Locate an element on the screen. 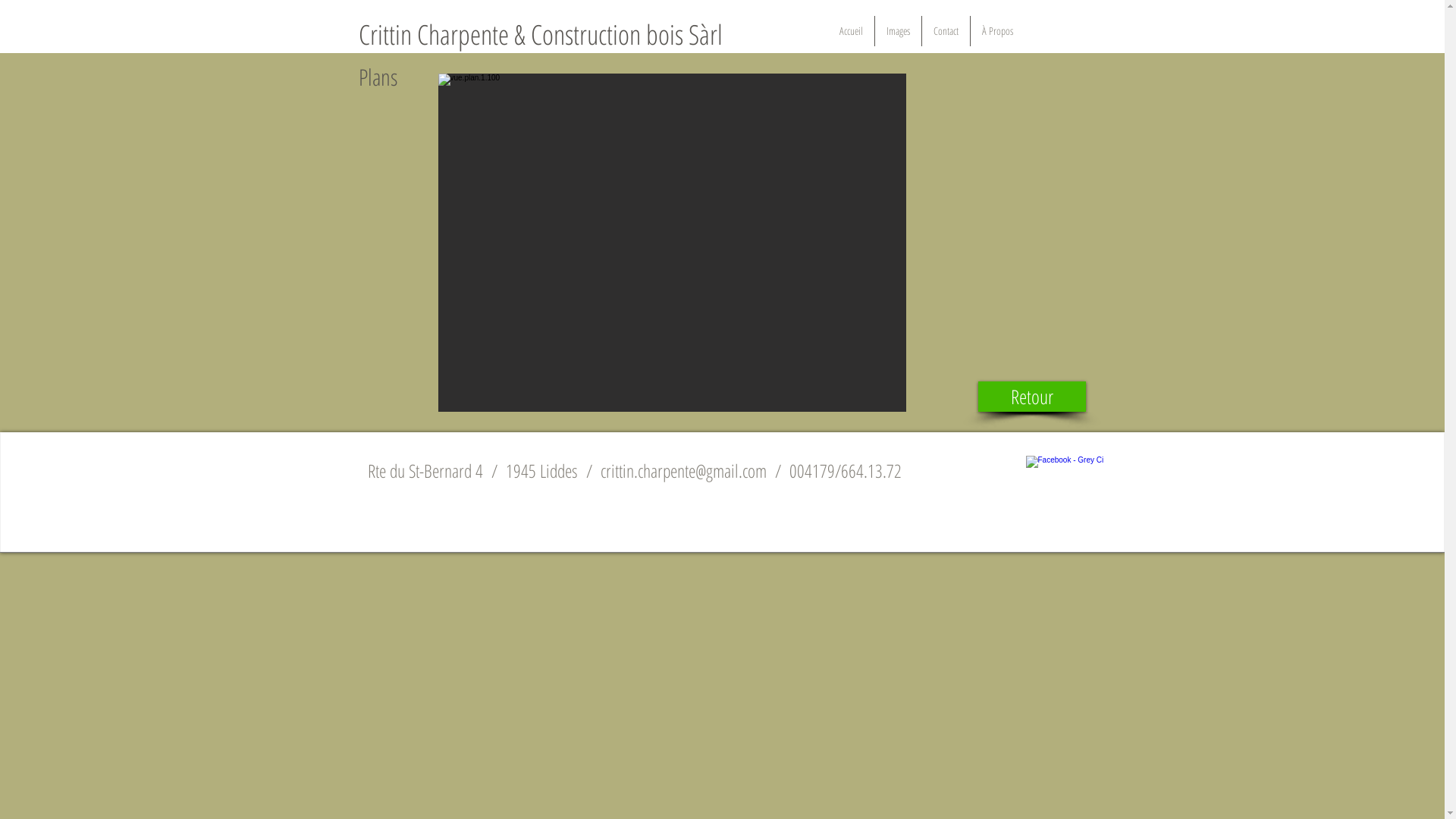  'Contact' is located at coordinates (945, 31).